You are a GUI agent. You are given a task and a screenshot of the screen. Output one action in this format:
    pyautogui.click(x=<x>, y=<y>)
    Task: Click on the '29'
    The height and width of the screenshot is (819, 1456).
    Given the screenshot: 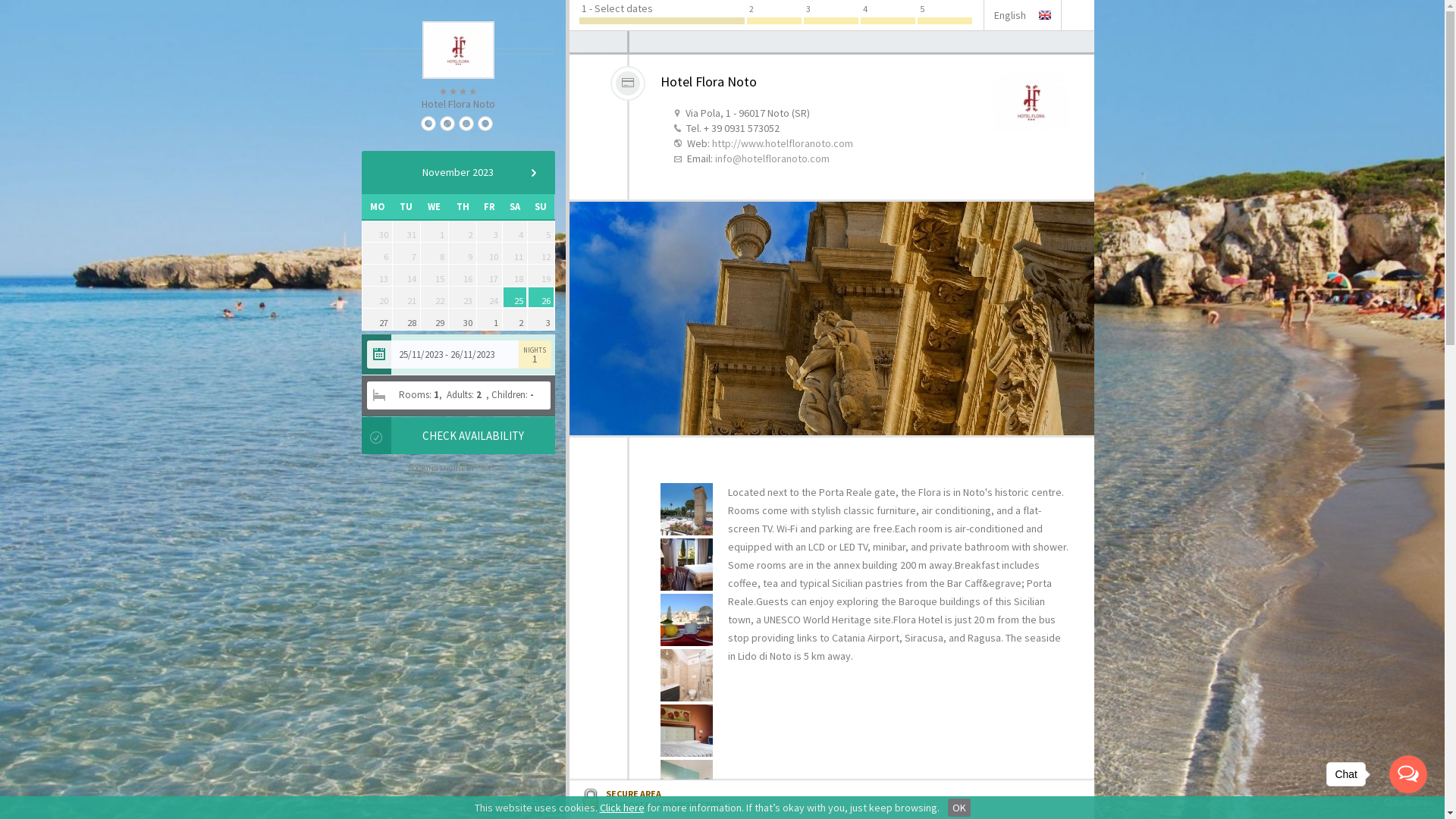 What is the action you would take?
    pyautogui.click(x=433, y=318)
    